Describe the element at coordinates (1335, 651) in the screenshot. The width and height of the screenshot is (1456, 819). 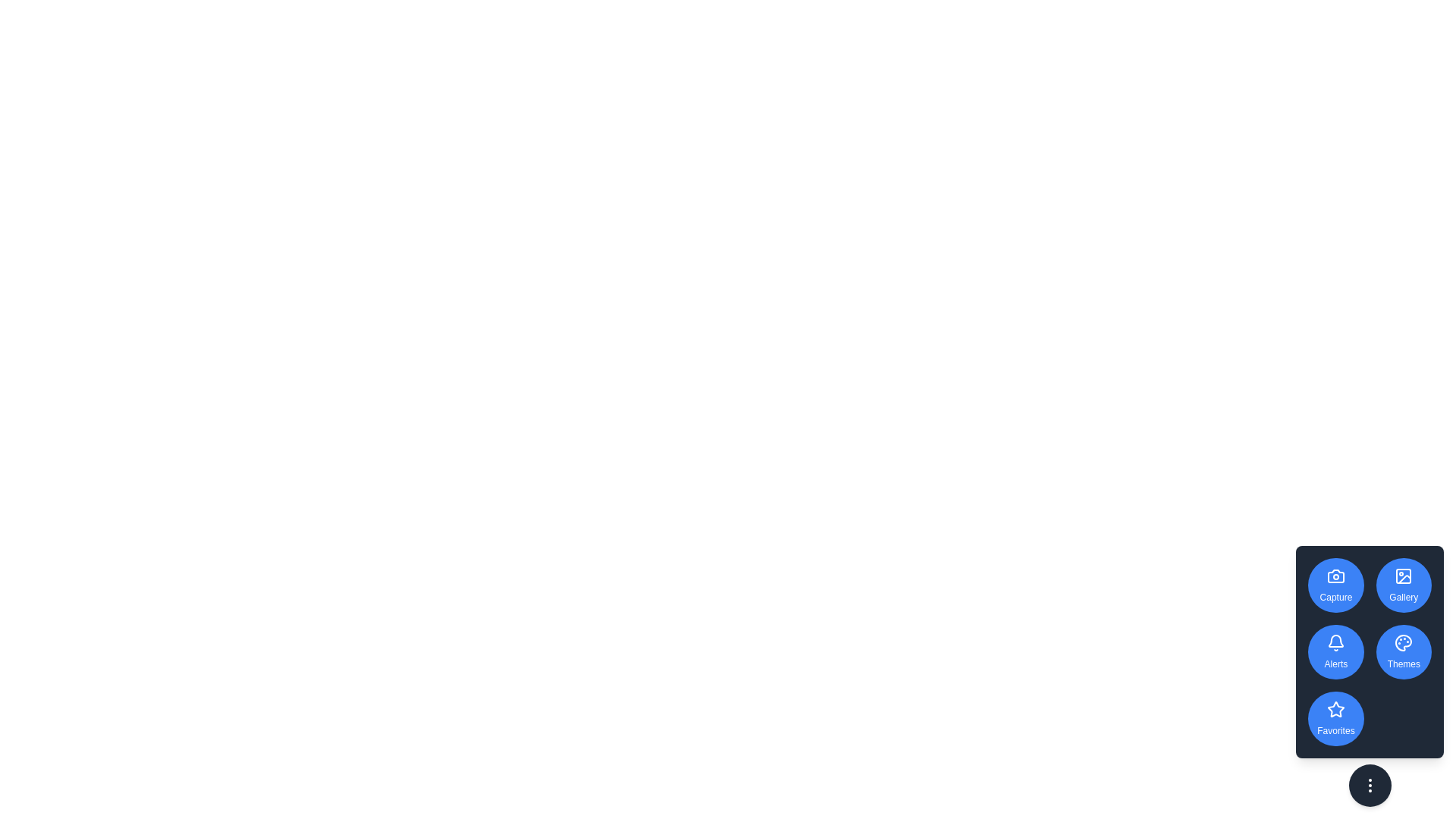
I see `'Alerts' button to view alert notifications` at that location.